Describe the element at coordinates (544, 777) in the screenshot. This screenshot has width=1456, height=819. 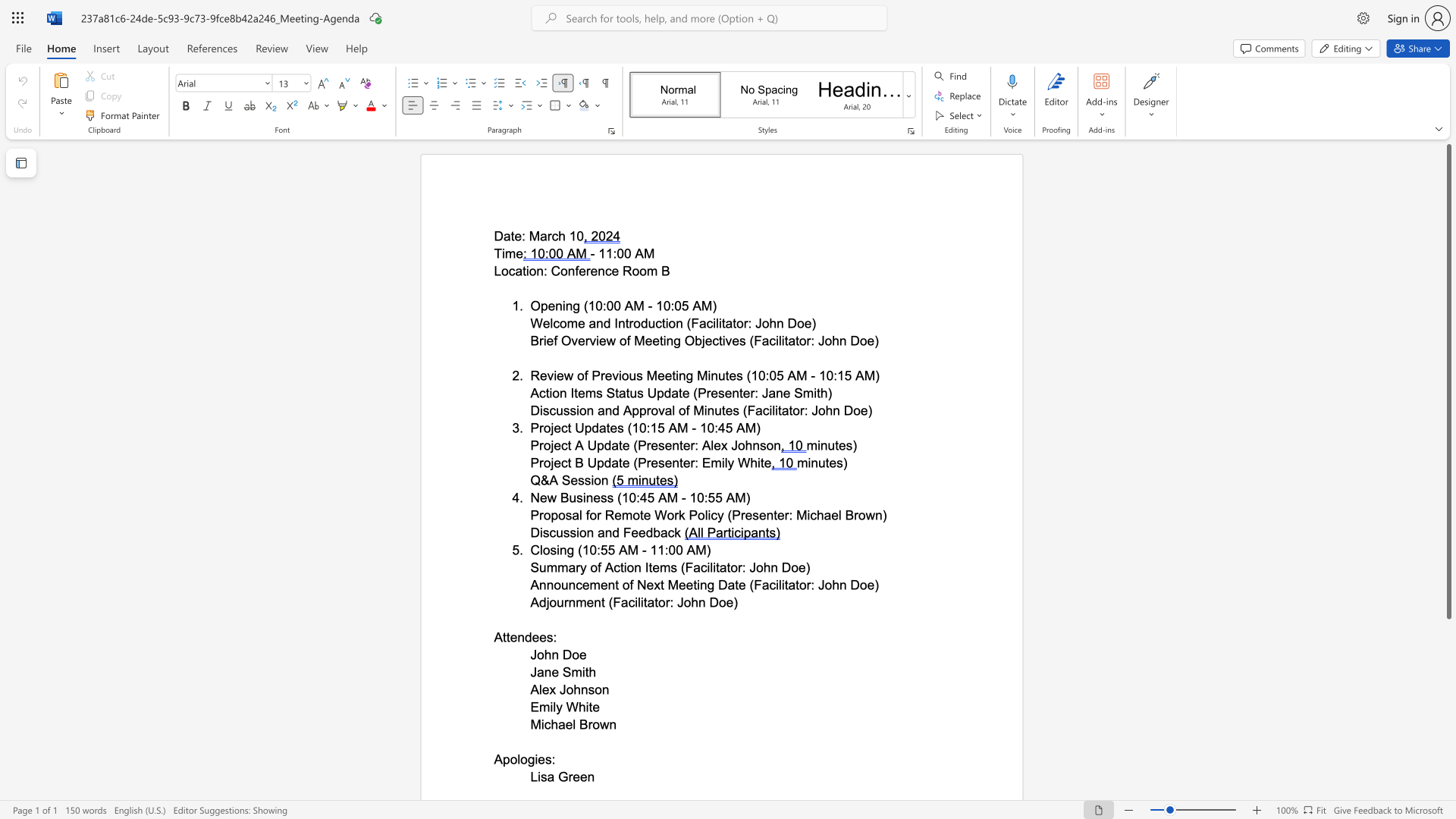
I see `the 1th character "s" in the text` at that location.